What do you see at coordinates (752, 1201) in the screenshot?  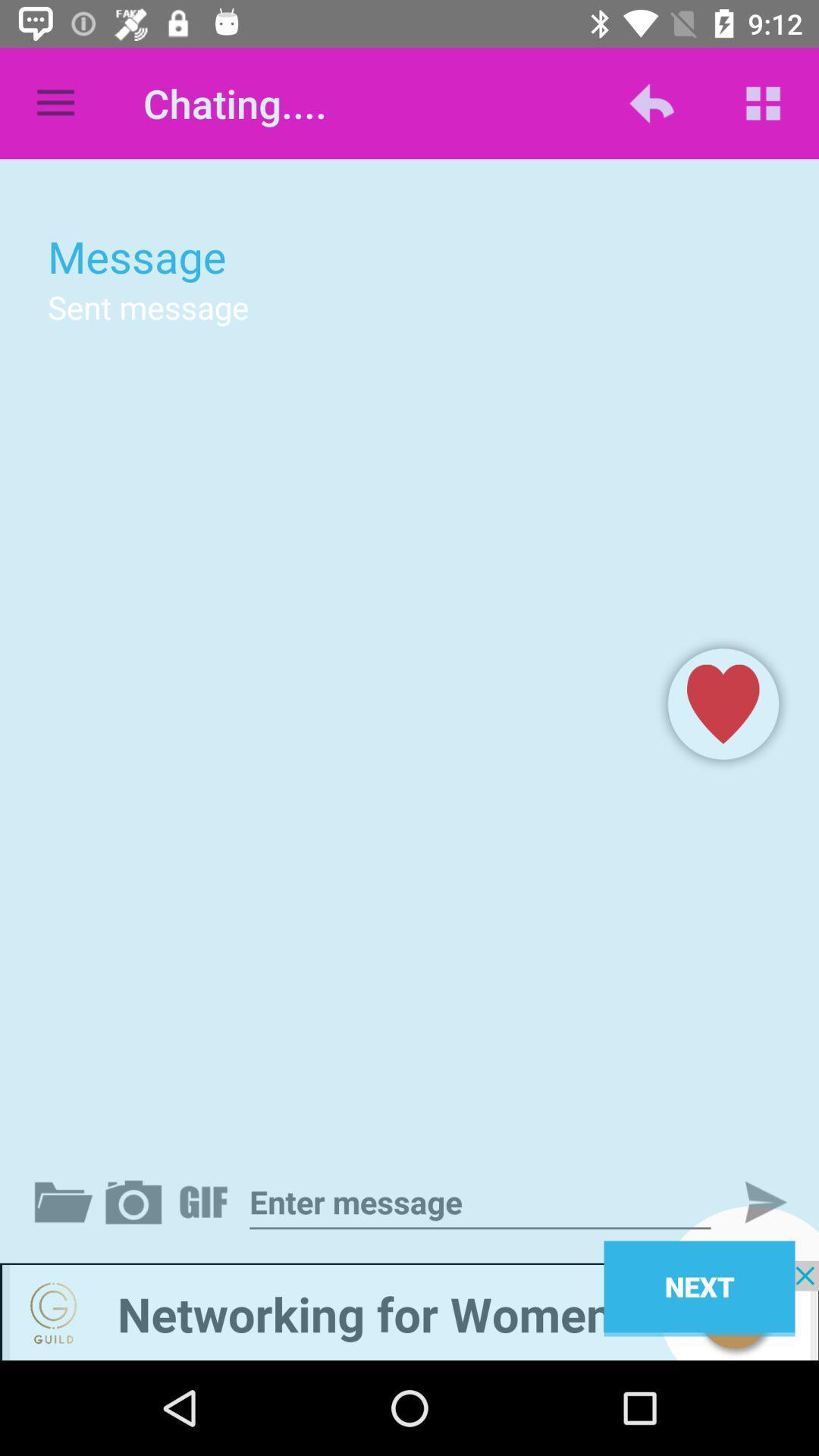 I see `send button` at bounding box center [752, 1201].